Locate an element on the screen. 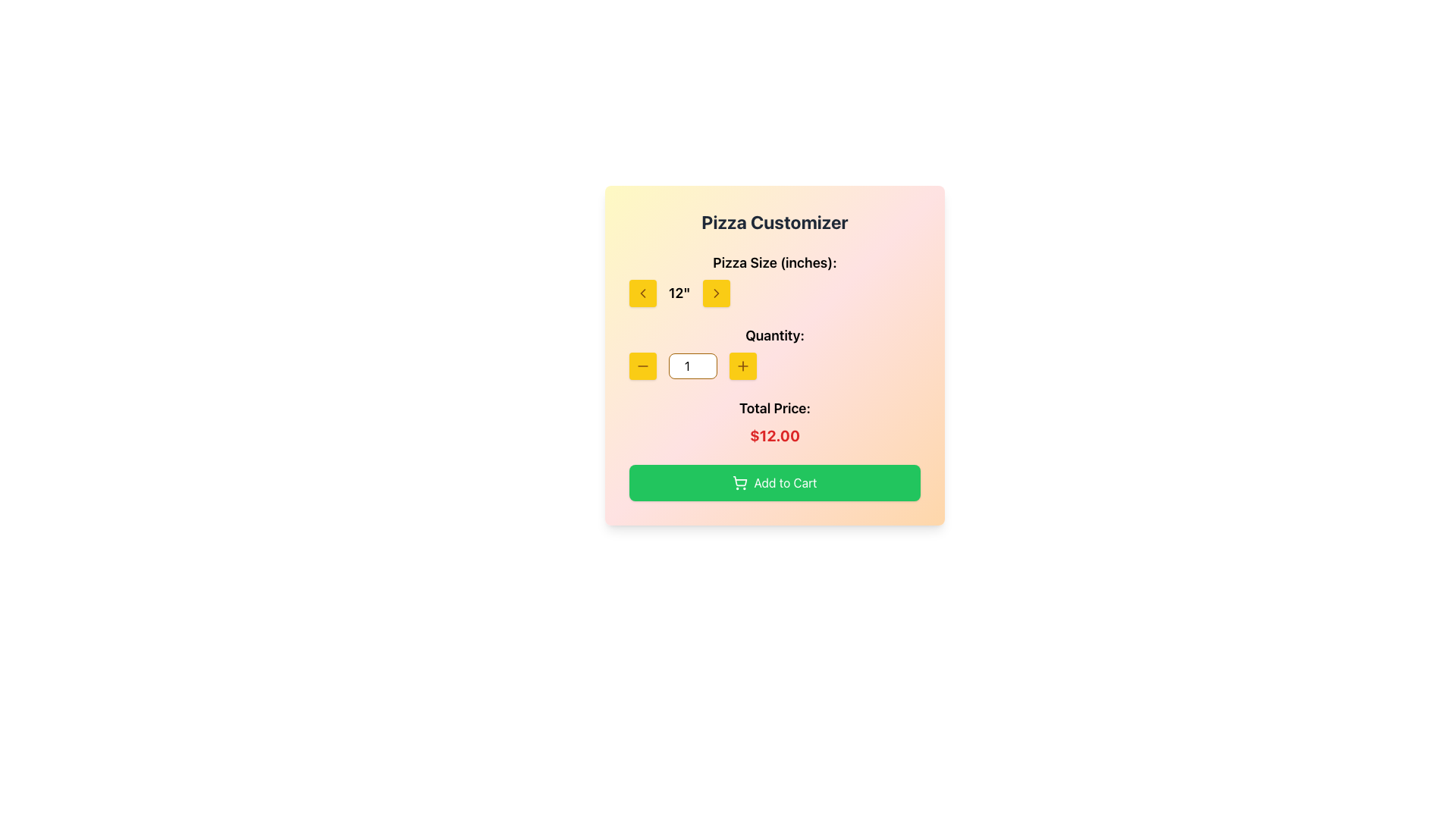 This screenshot has height=819, width=1456. the label text element that reads 'Total Price:', which is styled in bold and larger size, located above the red price value '$12.00' is located at coordinates (775, 408).